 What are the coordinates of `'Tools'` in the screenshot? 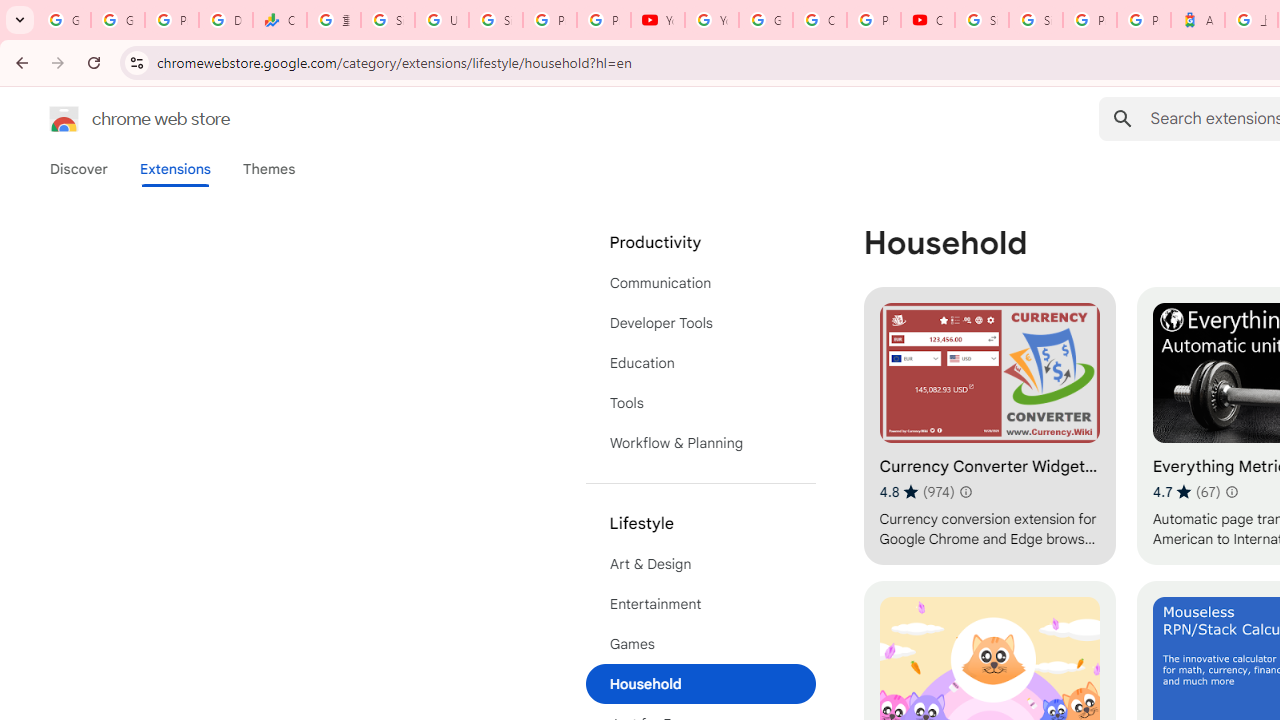 It's located at (700, 403).